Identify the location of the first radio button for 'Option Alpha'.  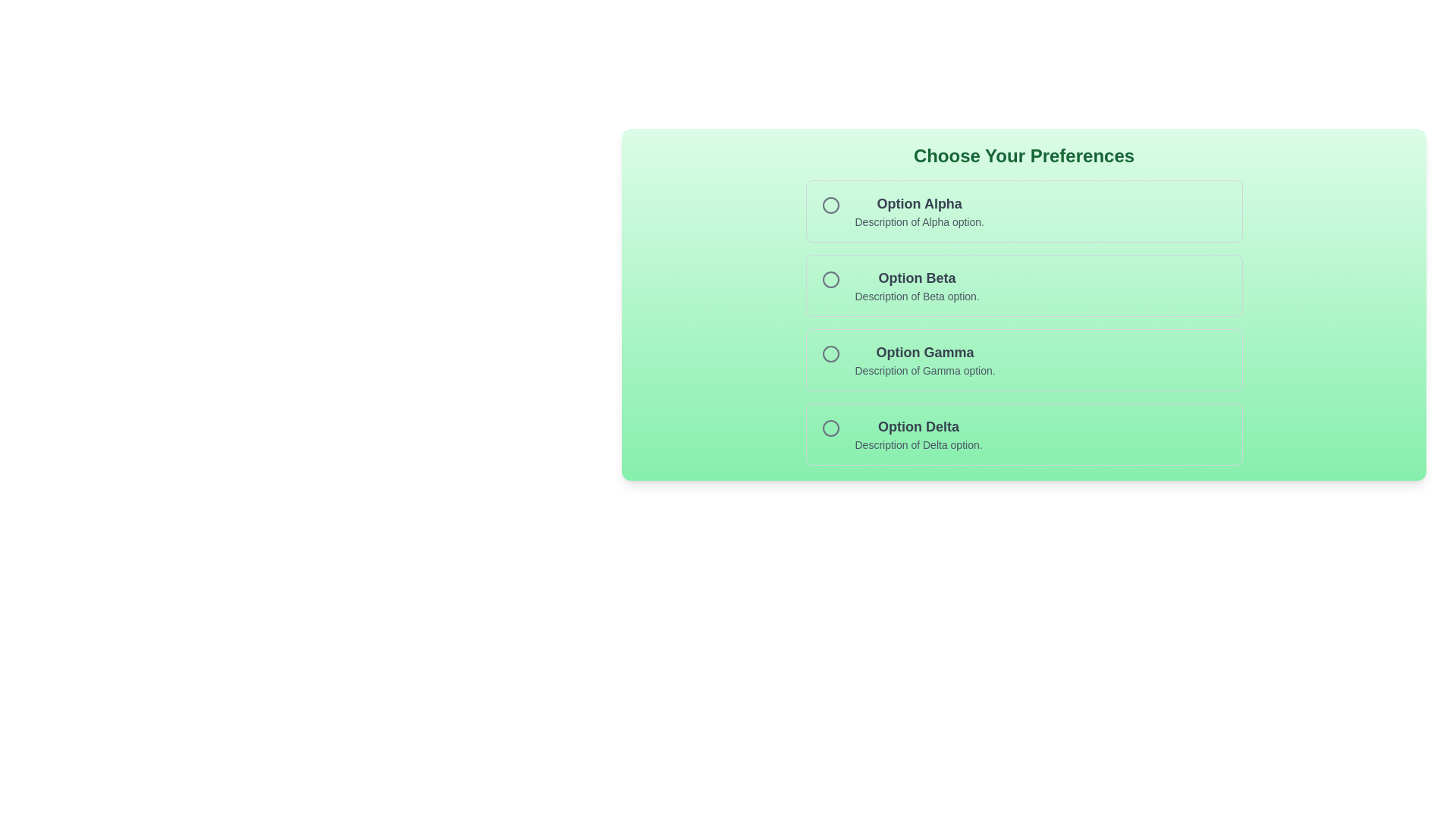
(830, 205).